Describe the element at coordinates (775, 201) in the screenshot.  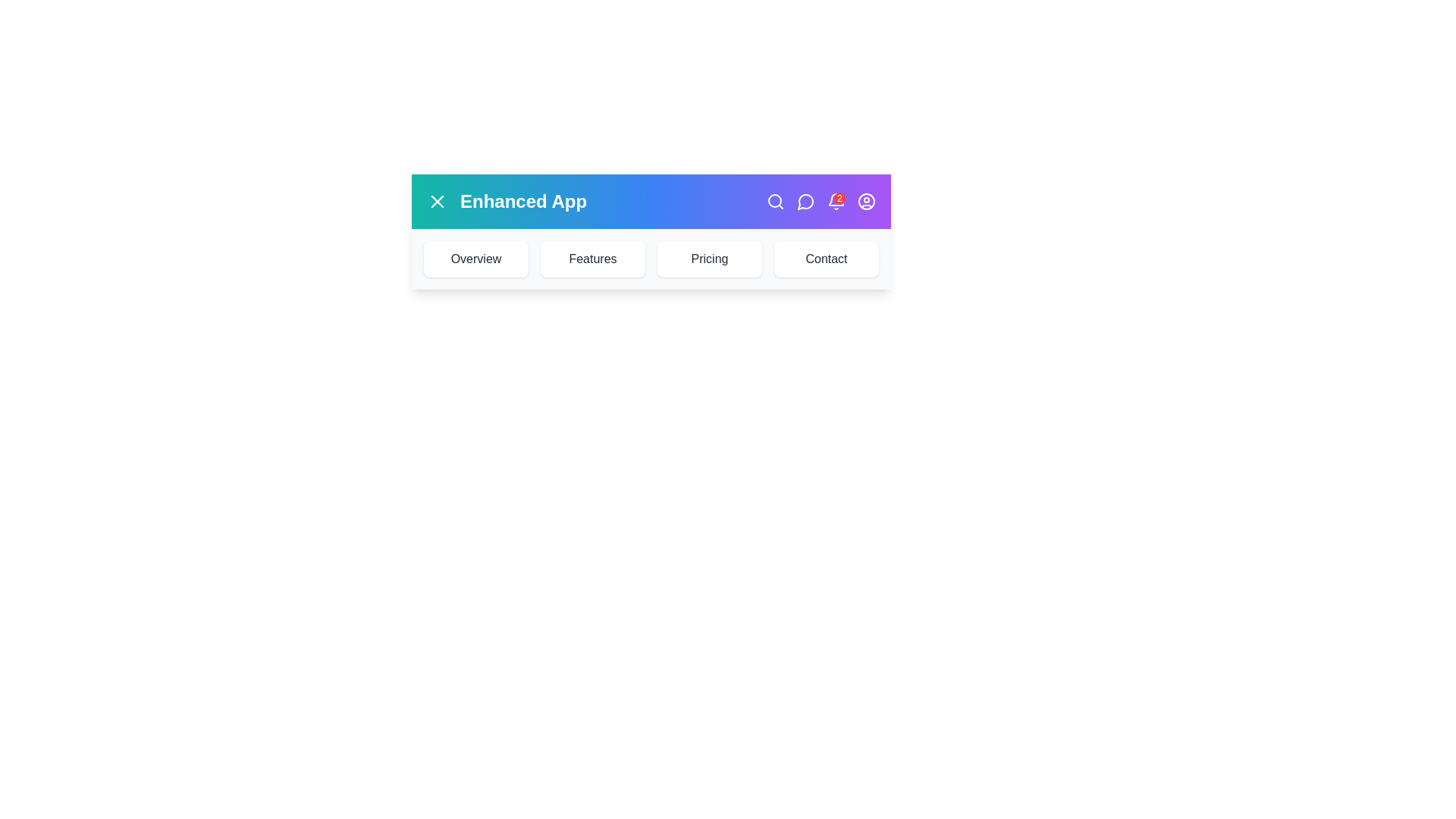
I see `the search icon to initiate a search` at that location.